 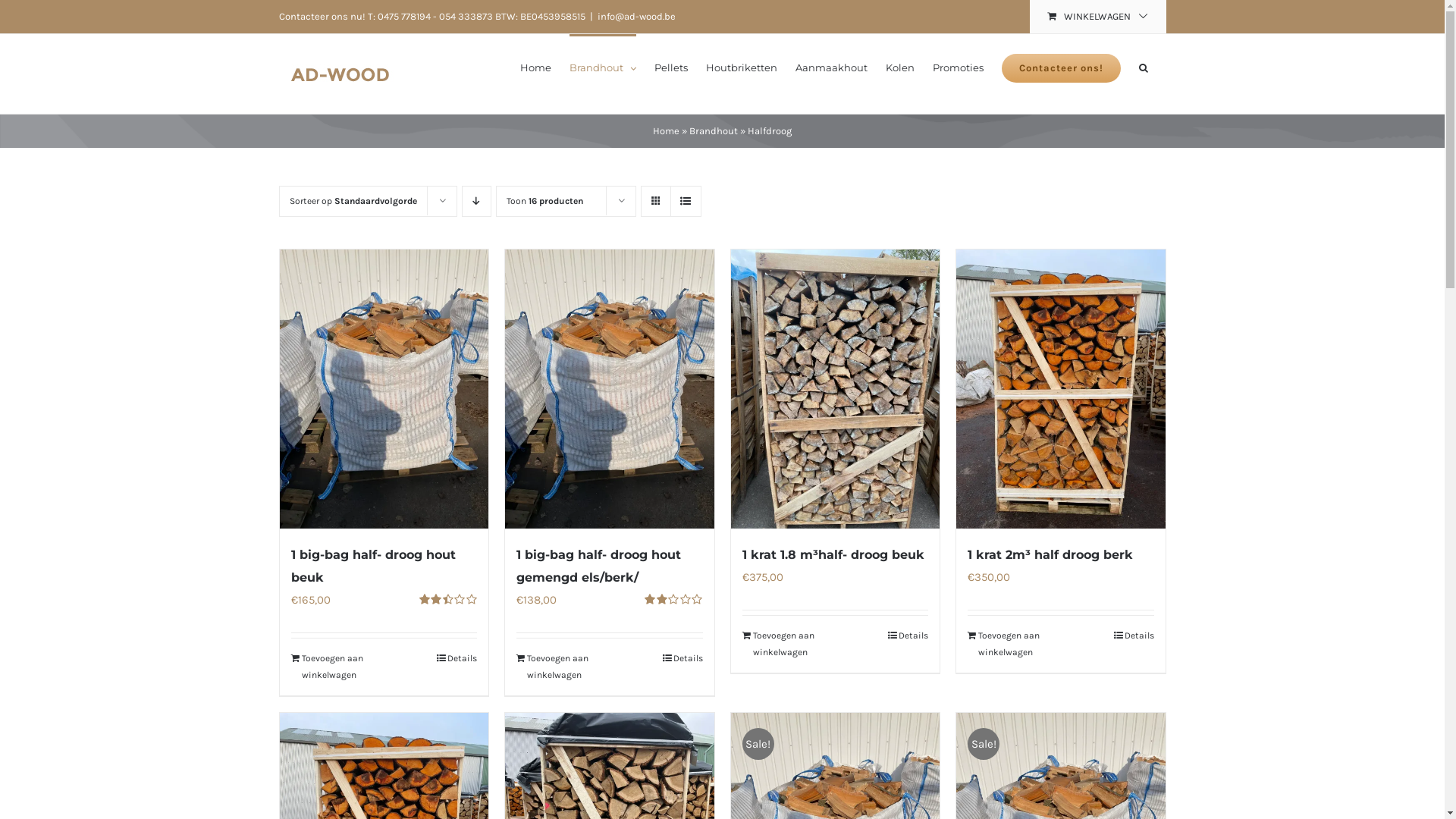 What do you see at coordinates (636, 16) in the screenshot?
I see `'info@ad-wood.be'` at bounding box center [636, 16].